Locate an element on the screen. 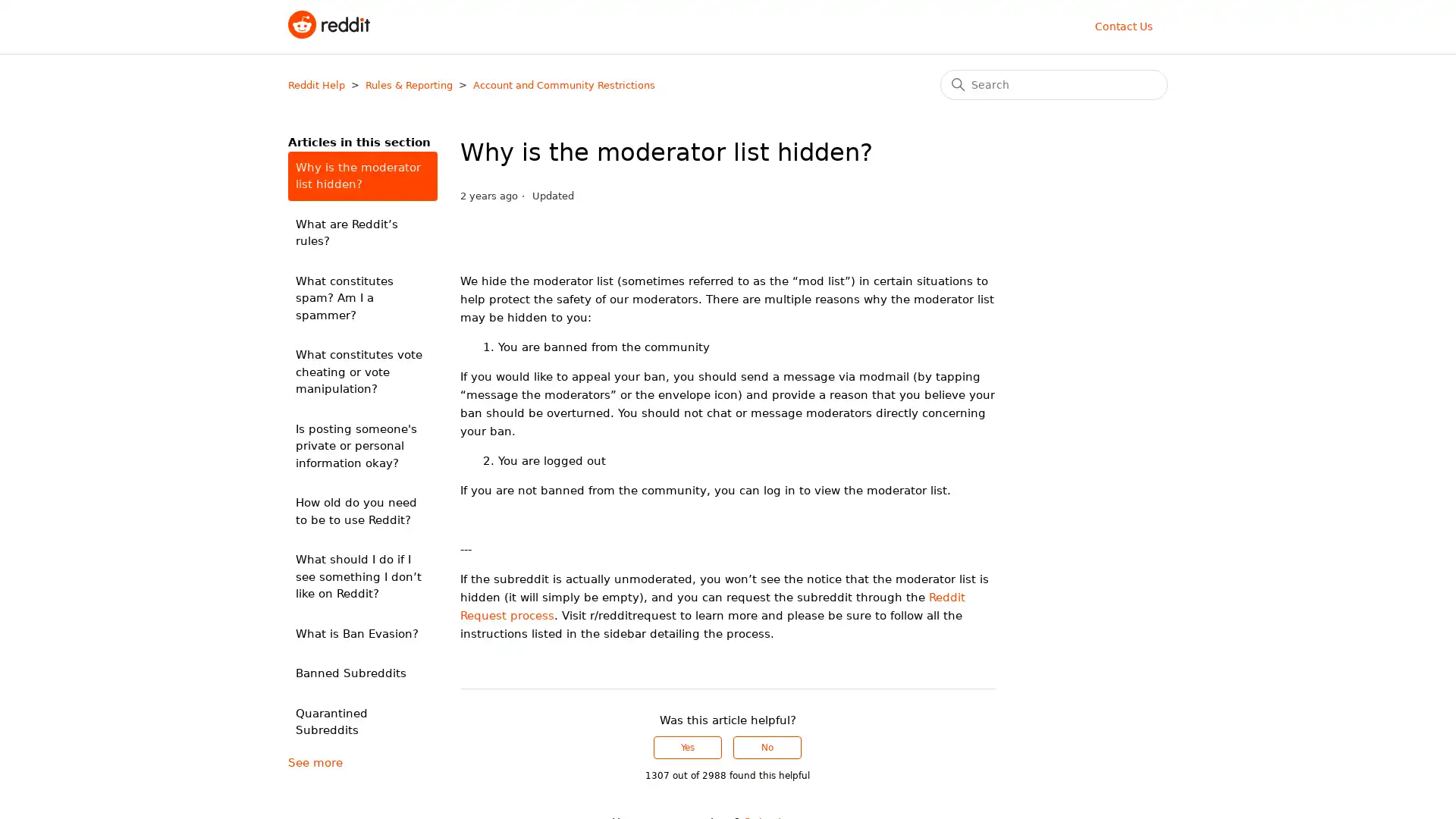 The width and height of the screenshot is (1456, 819). This article was helpful is located at coordinates (687, 747).